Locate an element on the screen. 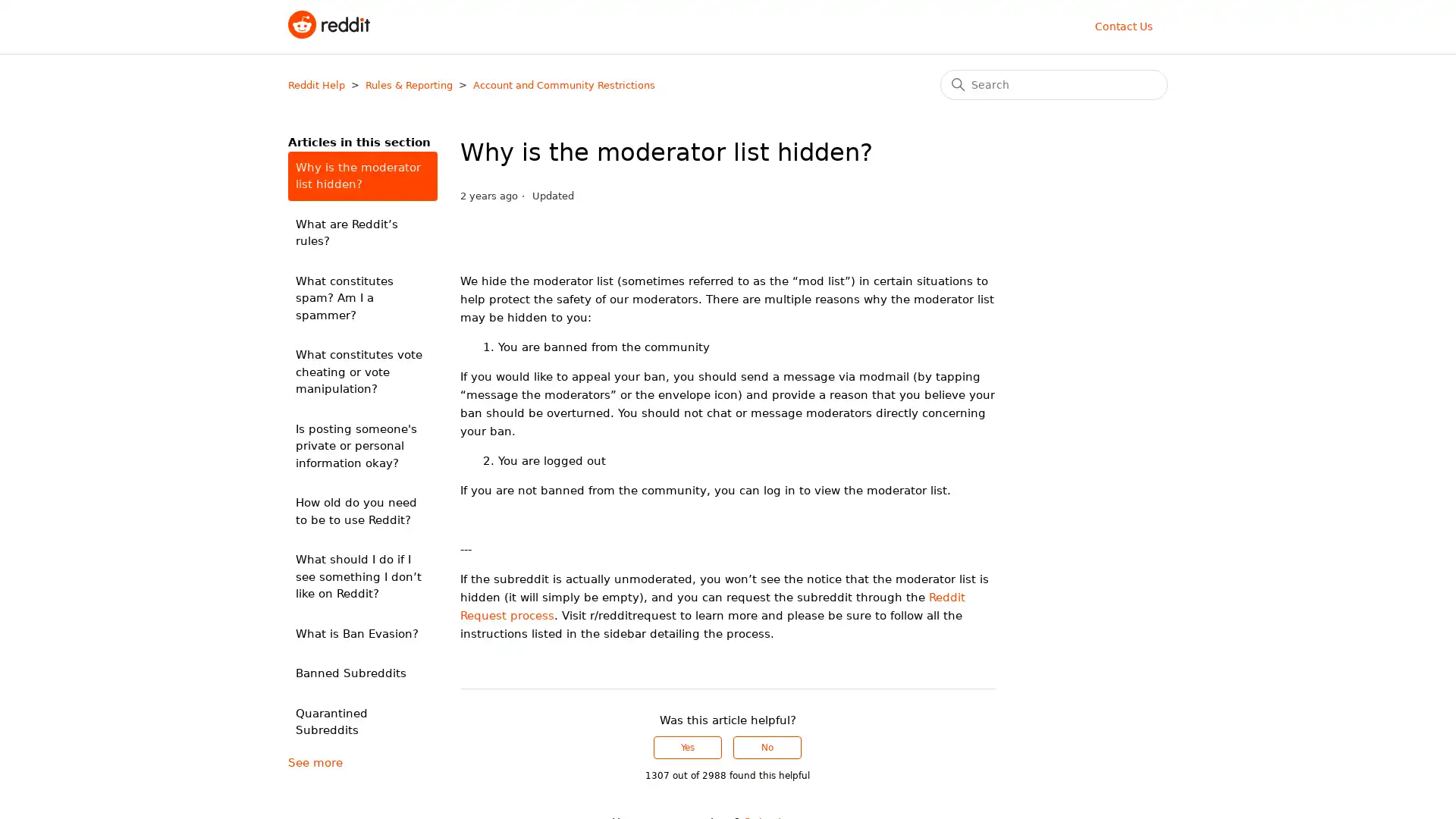 The width and height of the screenshot is (1456, 819). This article was helpful is located at coordinates (687, 747).